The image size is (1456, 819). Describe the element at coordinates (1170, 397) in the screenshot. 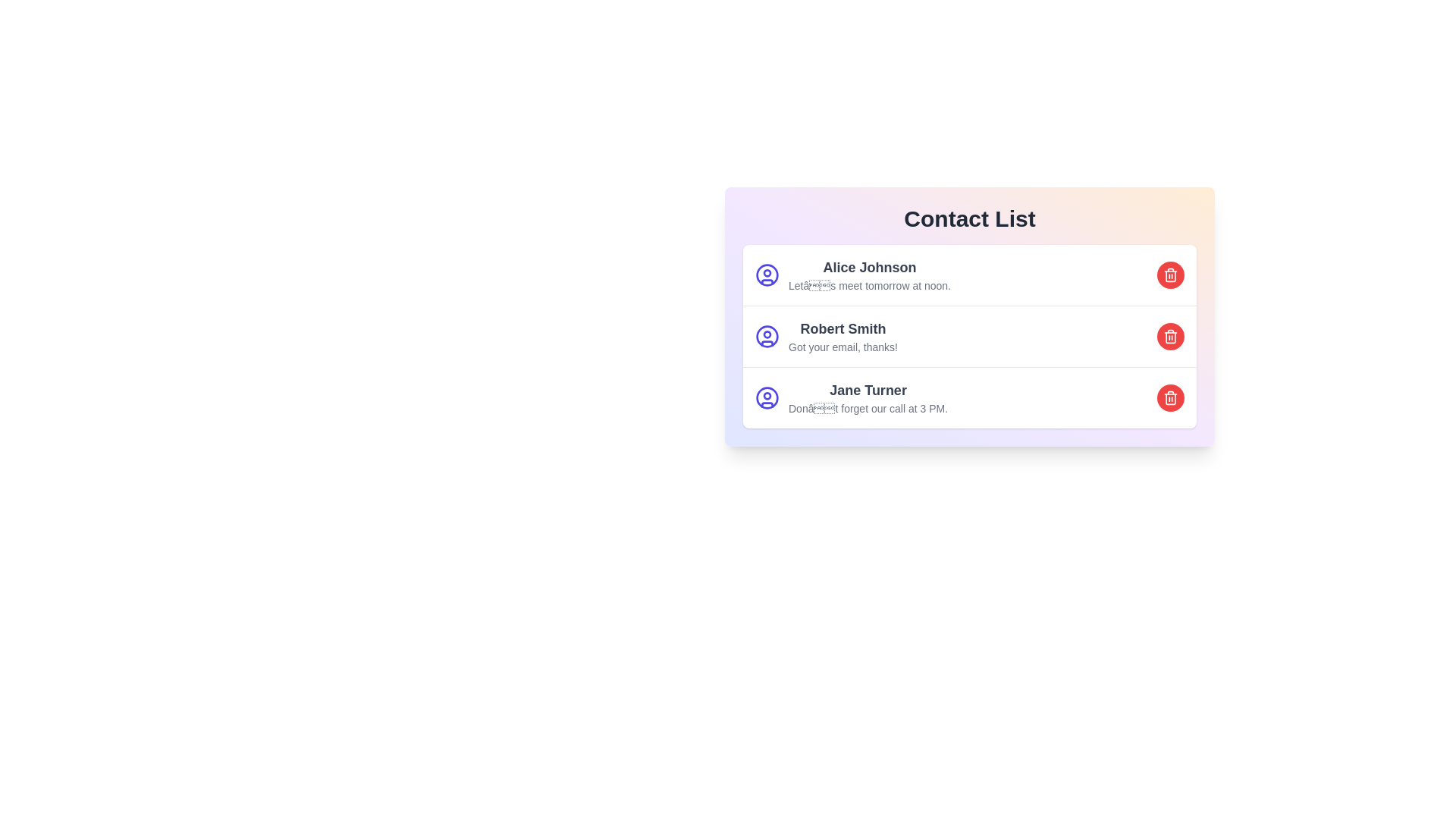

I see `delete button for the contact named Jane Turner` at that location.